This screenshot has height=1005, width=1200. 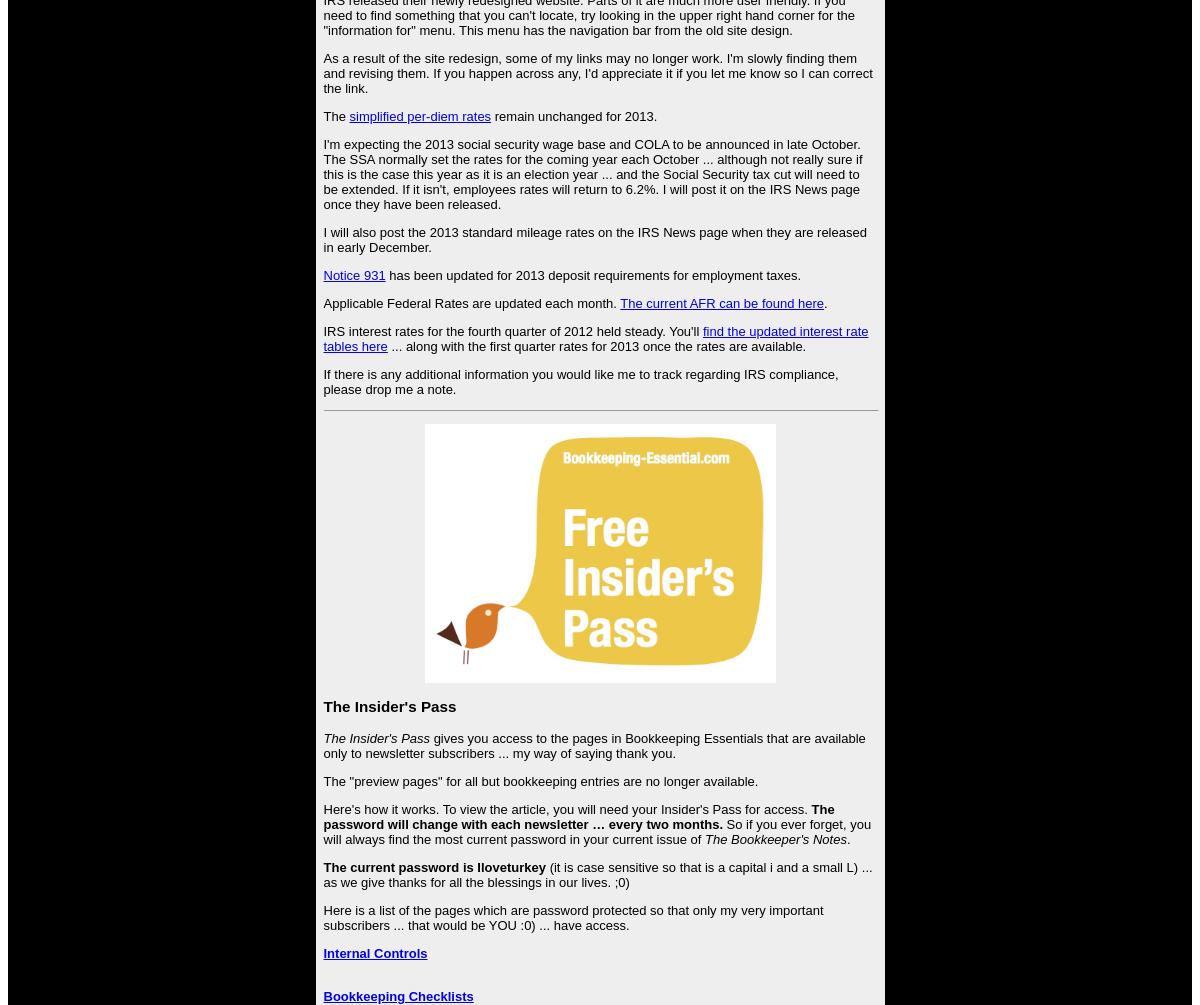 What do you see at coordinates (323, 815) in the screenshot?
I see `'The password will change with each newsletter … every two months.'` at bounding box center [323, 815].